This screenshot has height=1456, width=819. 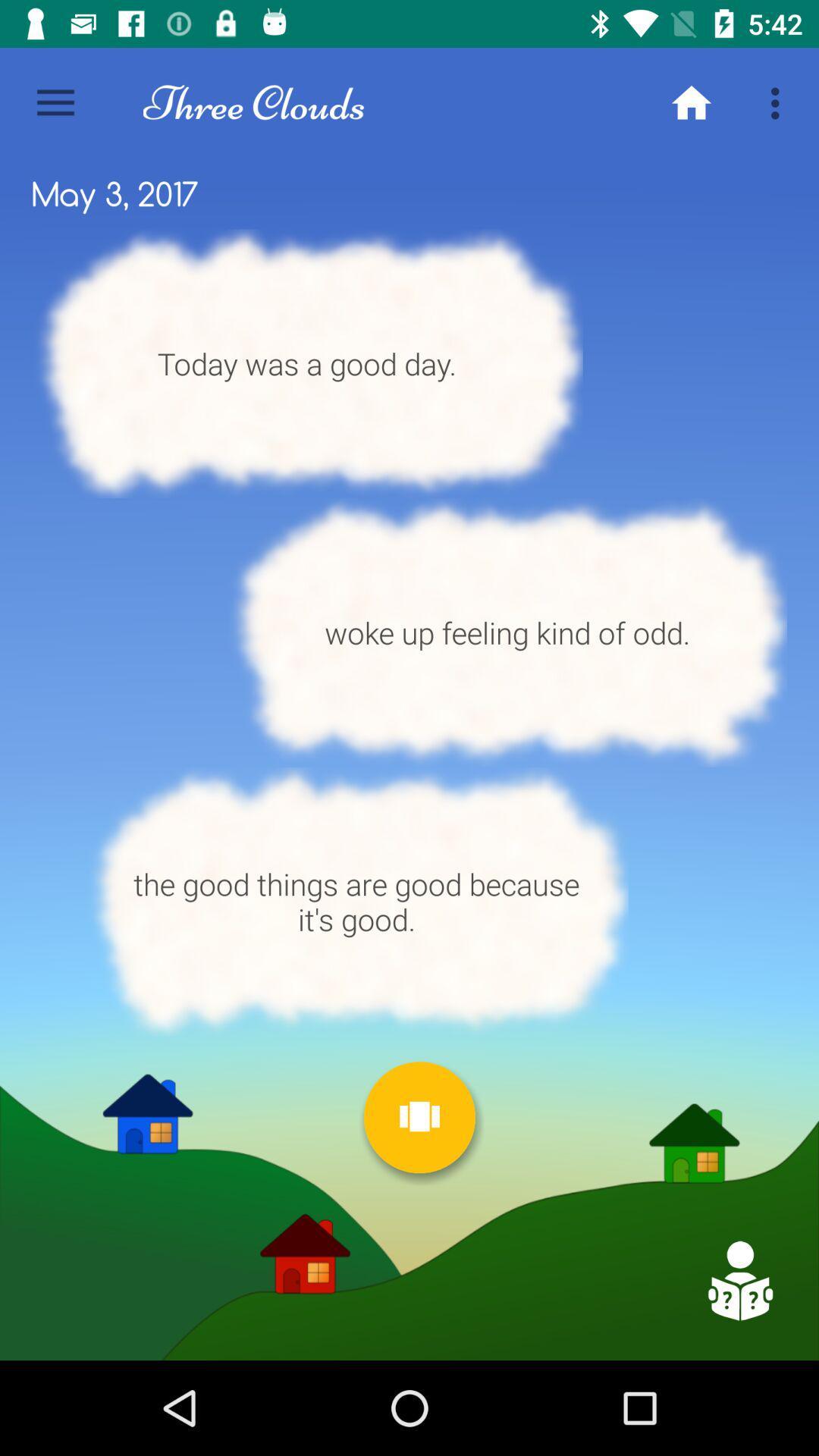 I want to click on it 's purple arrow pointing to the left, so click(x=739, y=1280).